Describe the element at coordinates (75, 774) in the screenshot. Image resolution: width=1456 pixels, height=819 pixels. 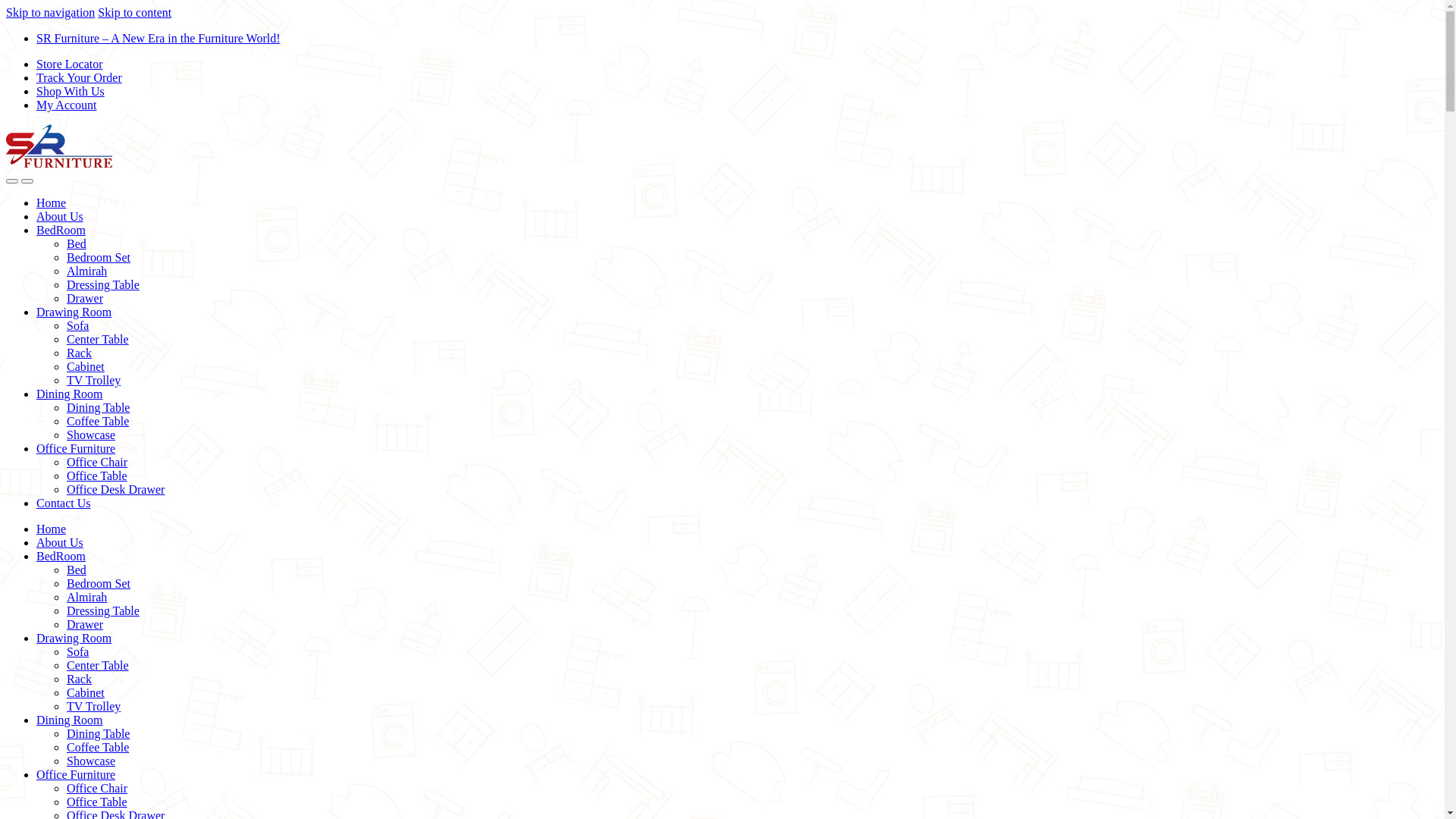
I see `'Office Furniture'` at that location.